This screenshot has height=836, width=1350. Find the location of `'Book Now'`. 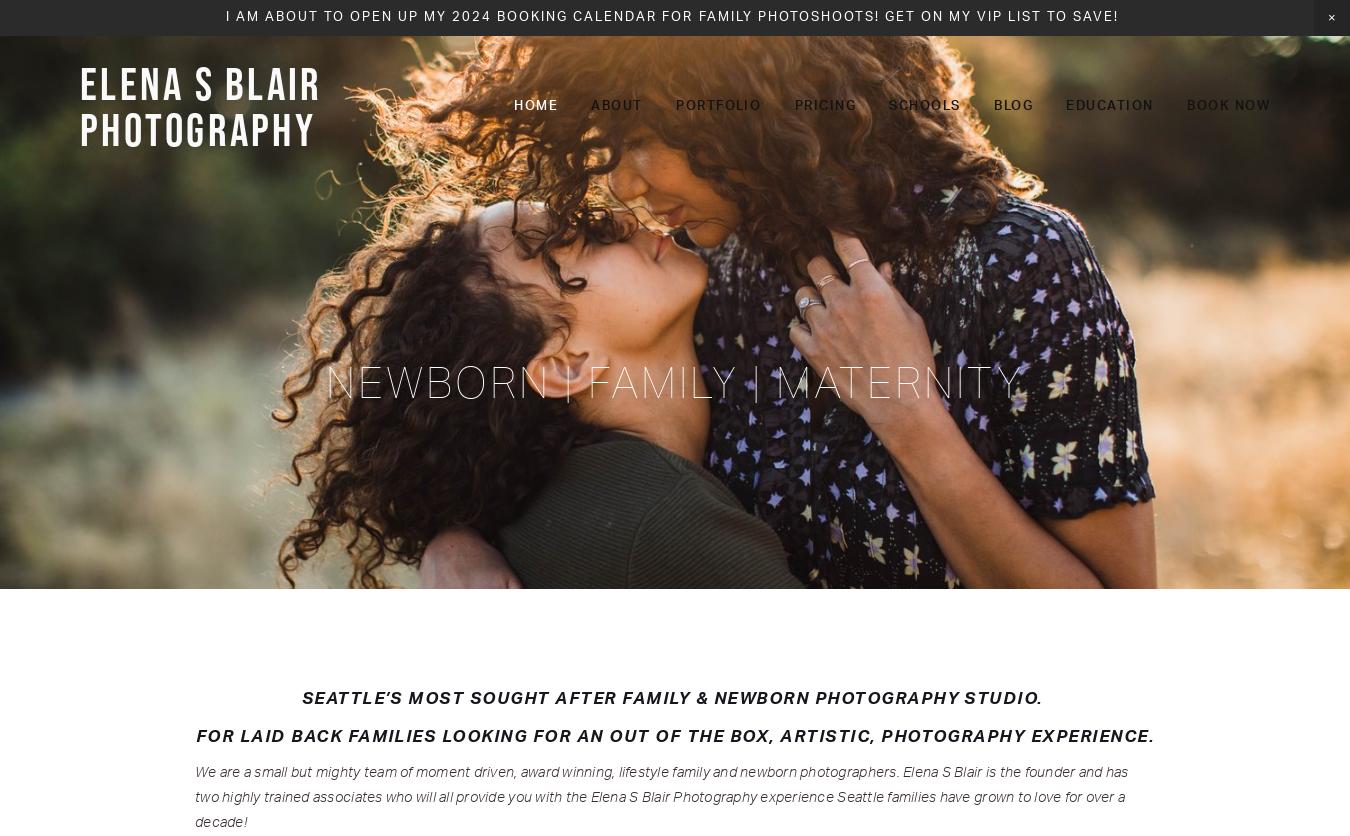

'Book Now' is located at coordinates (1227, 105).